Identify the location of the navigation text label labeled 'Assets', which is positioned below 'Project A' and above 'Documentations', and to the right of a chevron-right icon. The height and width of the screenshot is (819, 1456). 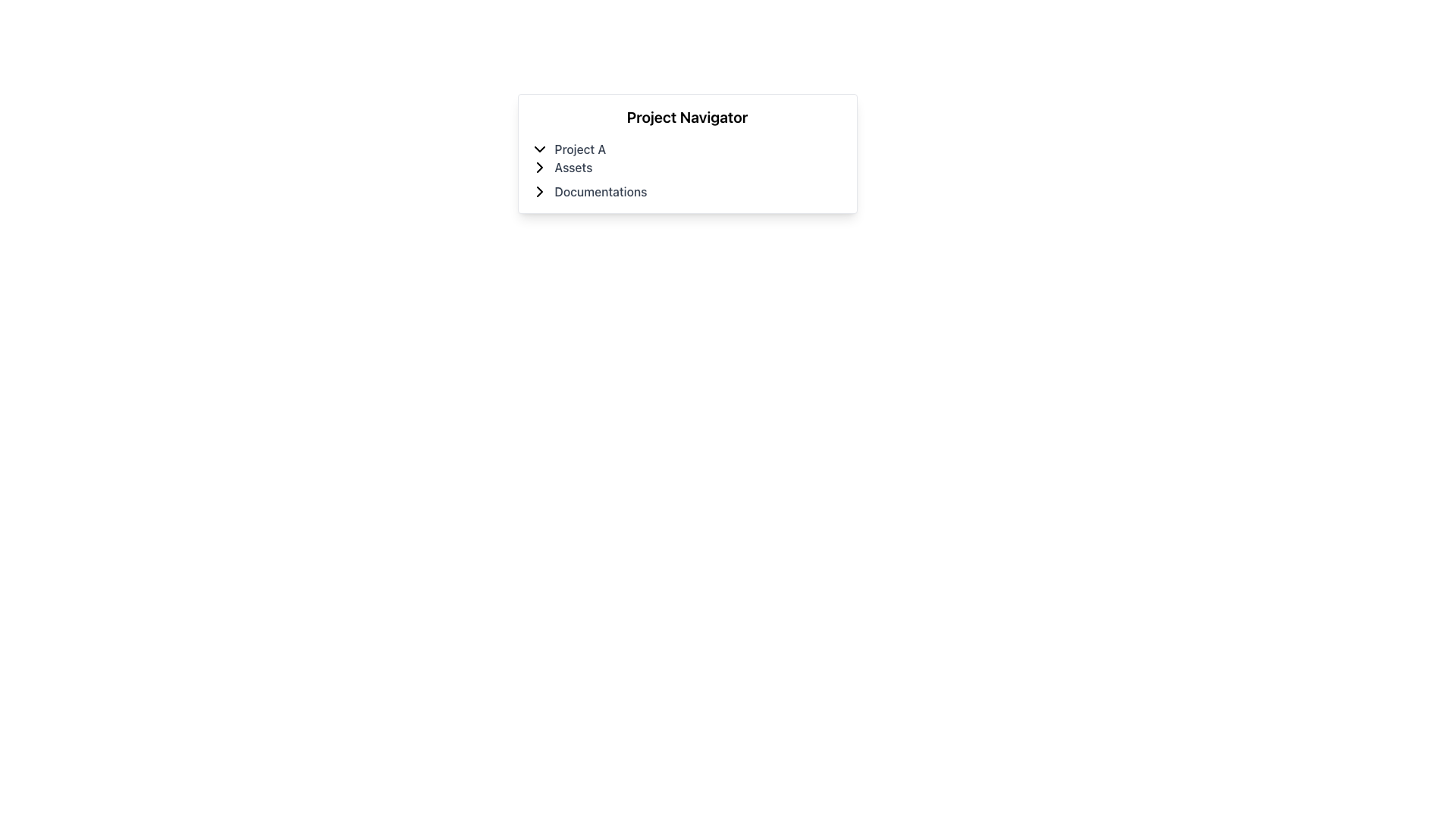
(573, 167).